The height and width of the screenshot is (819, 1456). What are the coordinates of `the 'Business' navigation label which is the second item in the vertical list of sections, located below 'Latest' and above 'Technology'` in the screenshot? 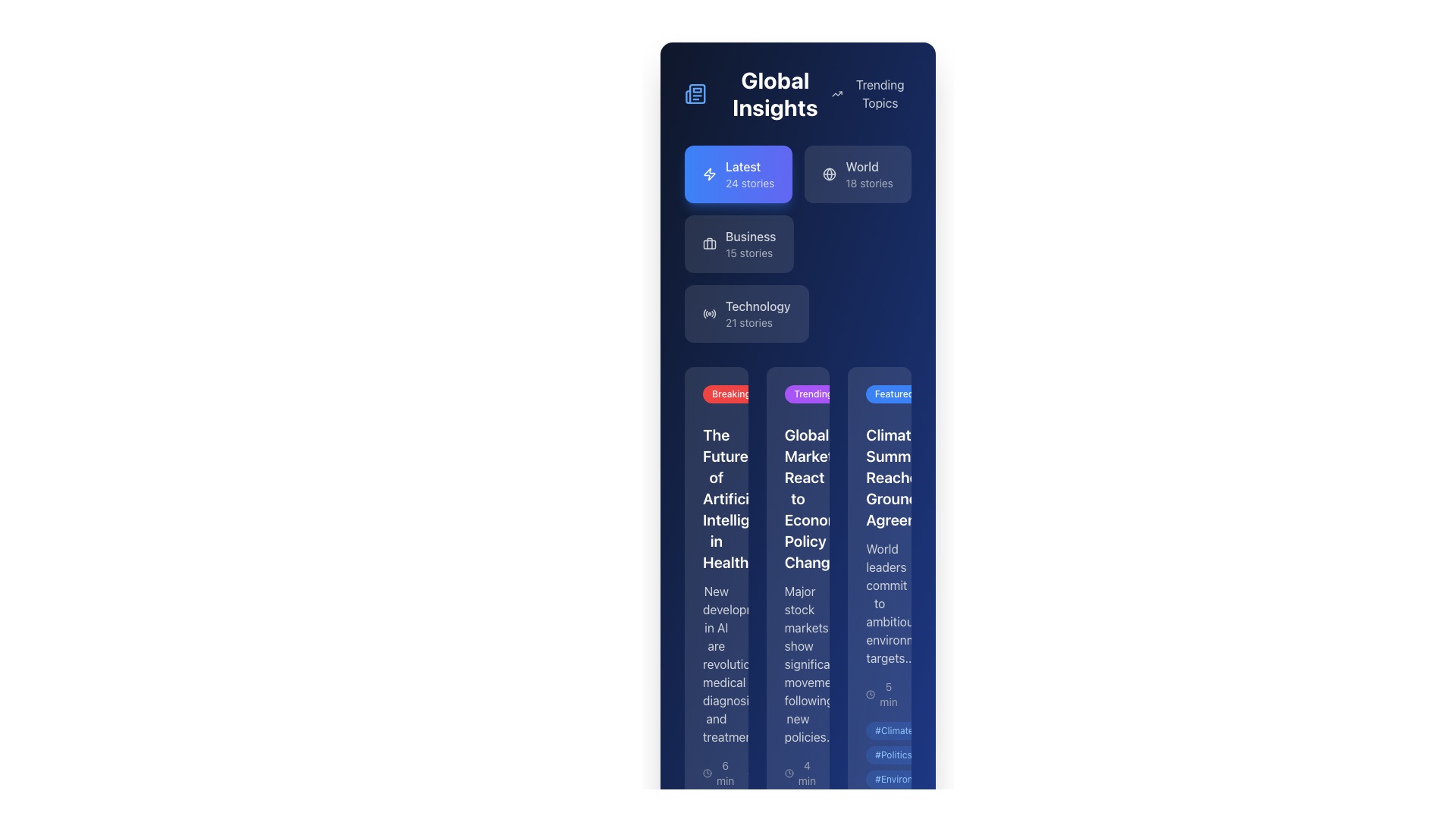 It's located at (751, 243).